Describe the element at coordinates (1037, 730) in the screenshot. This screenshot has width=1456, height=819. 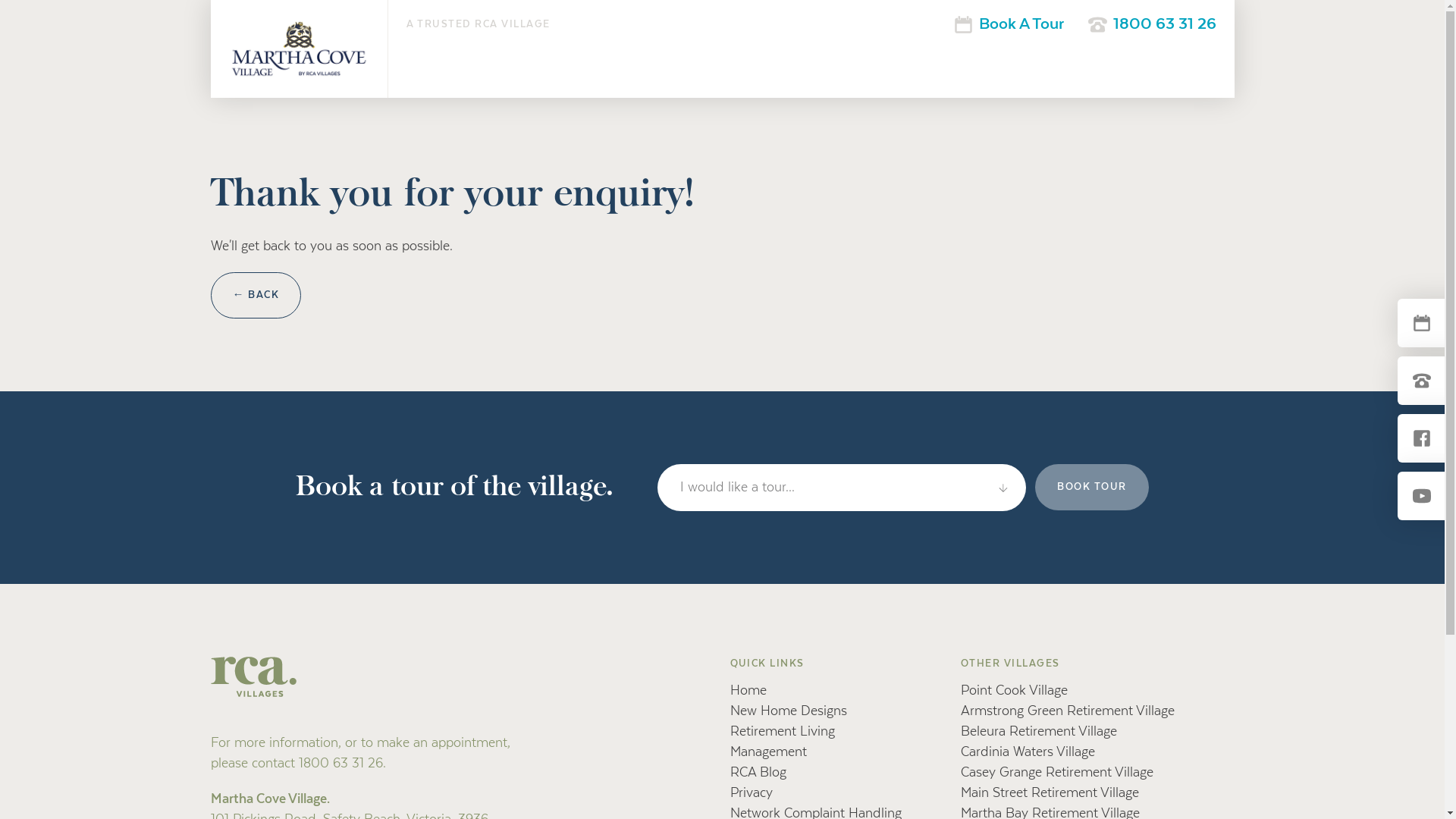
I see `'Beleura Retirement Village'` at that location.